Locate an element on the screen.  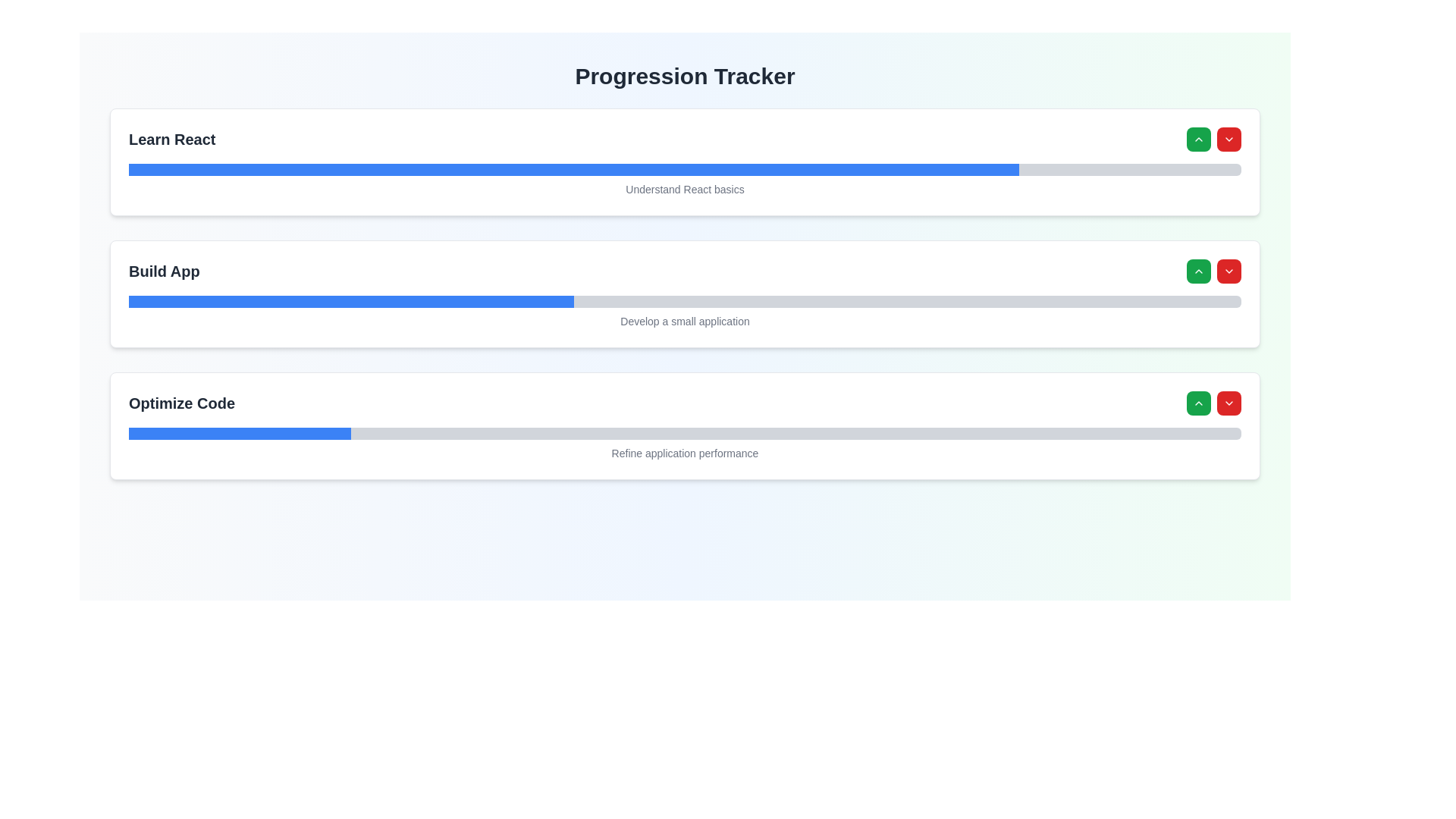
the second progress bar below the 'Build App' title and above the 'Develop a small application' label, which has a gray background and a blue completion section is located at coordinates (684, 301).